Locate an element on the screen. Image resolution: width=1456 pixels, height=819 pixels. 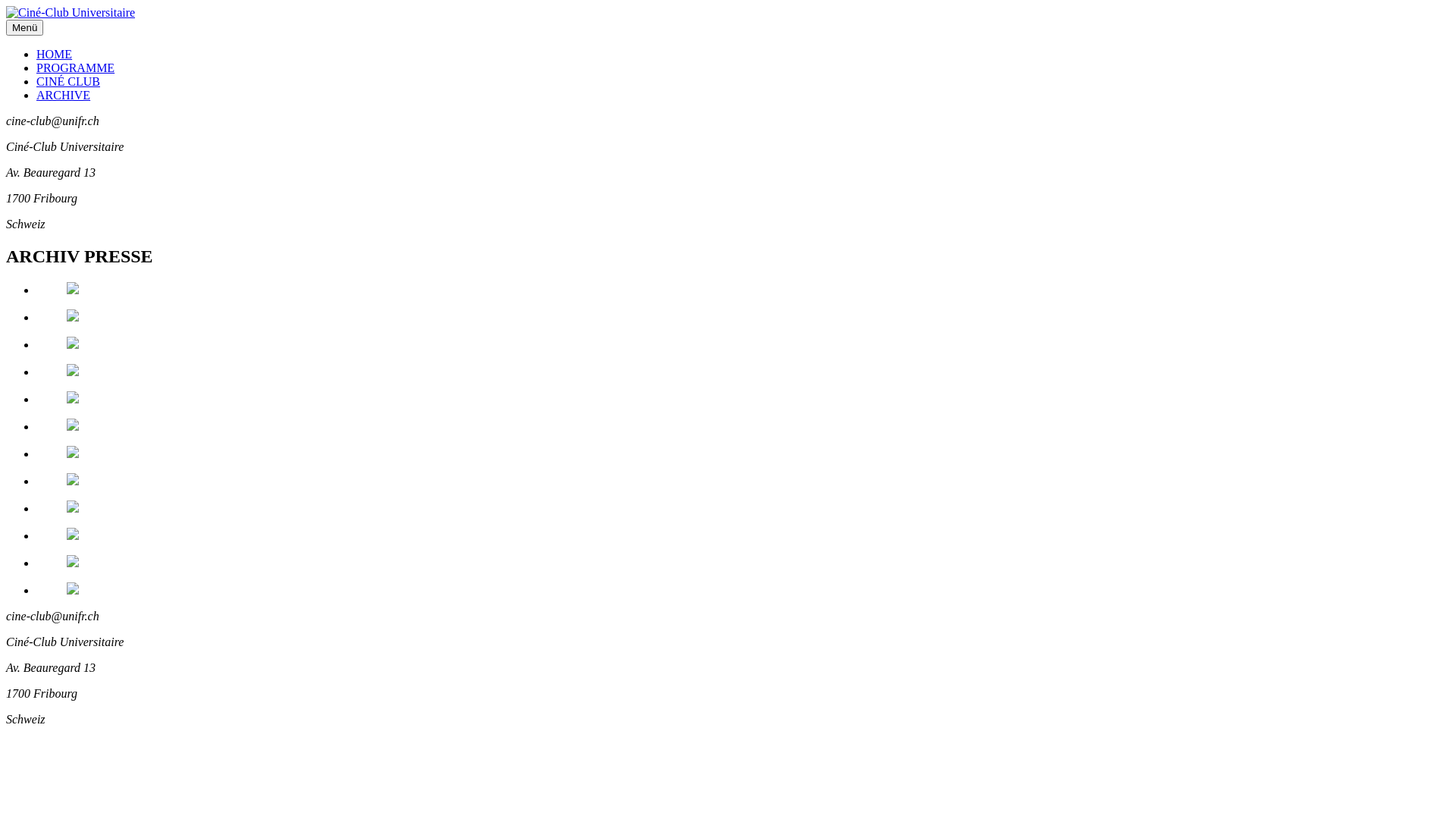
'PROGRAMME' is located at coordinates (74, 67).